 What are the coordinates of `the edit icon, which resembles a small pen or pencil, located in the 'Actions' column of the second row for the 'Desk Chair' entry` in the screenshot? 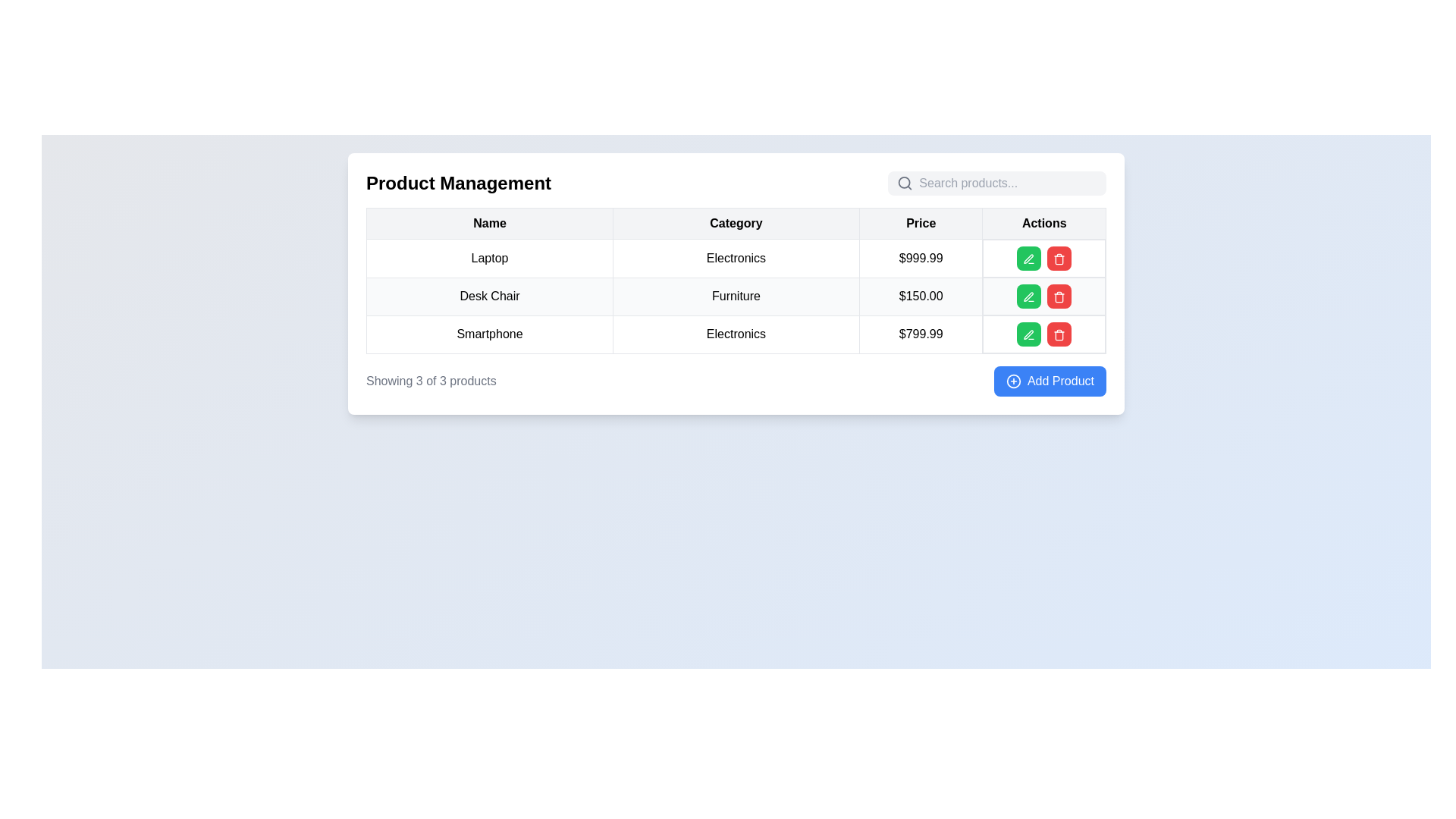 It's located at (1028, 258).